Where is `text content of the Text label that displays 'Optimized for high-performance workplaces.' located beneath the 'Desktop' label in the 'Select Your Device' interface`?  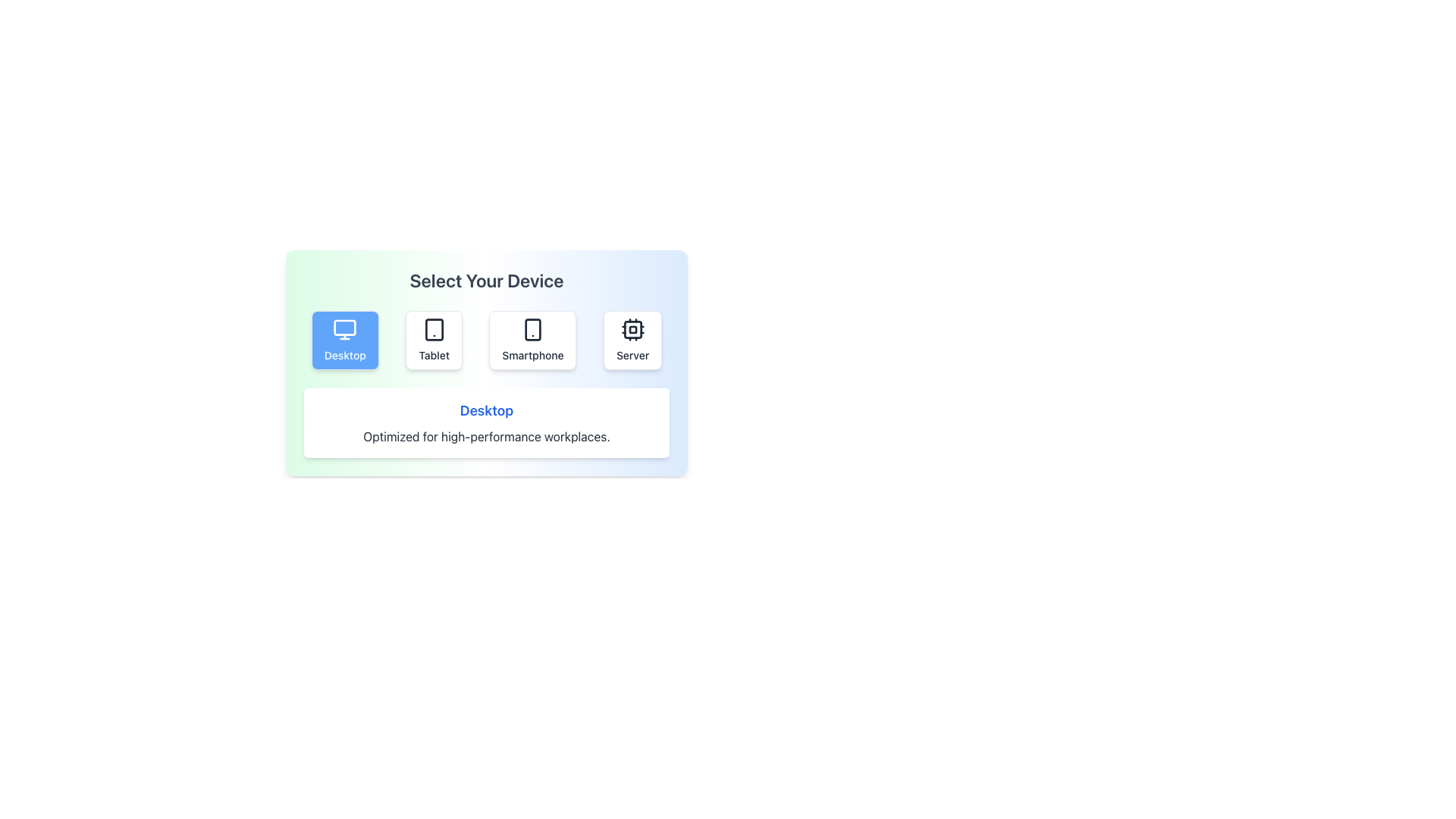
text content of the Text label that displays 'Optimized for high-performance workplaces.' located beneath the 'Desktop' label in the 'Select Your Device' interface is located at coordinates (487, 436).